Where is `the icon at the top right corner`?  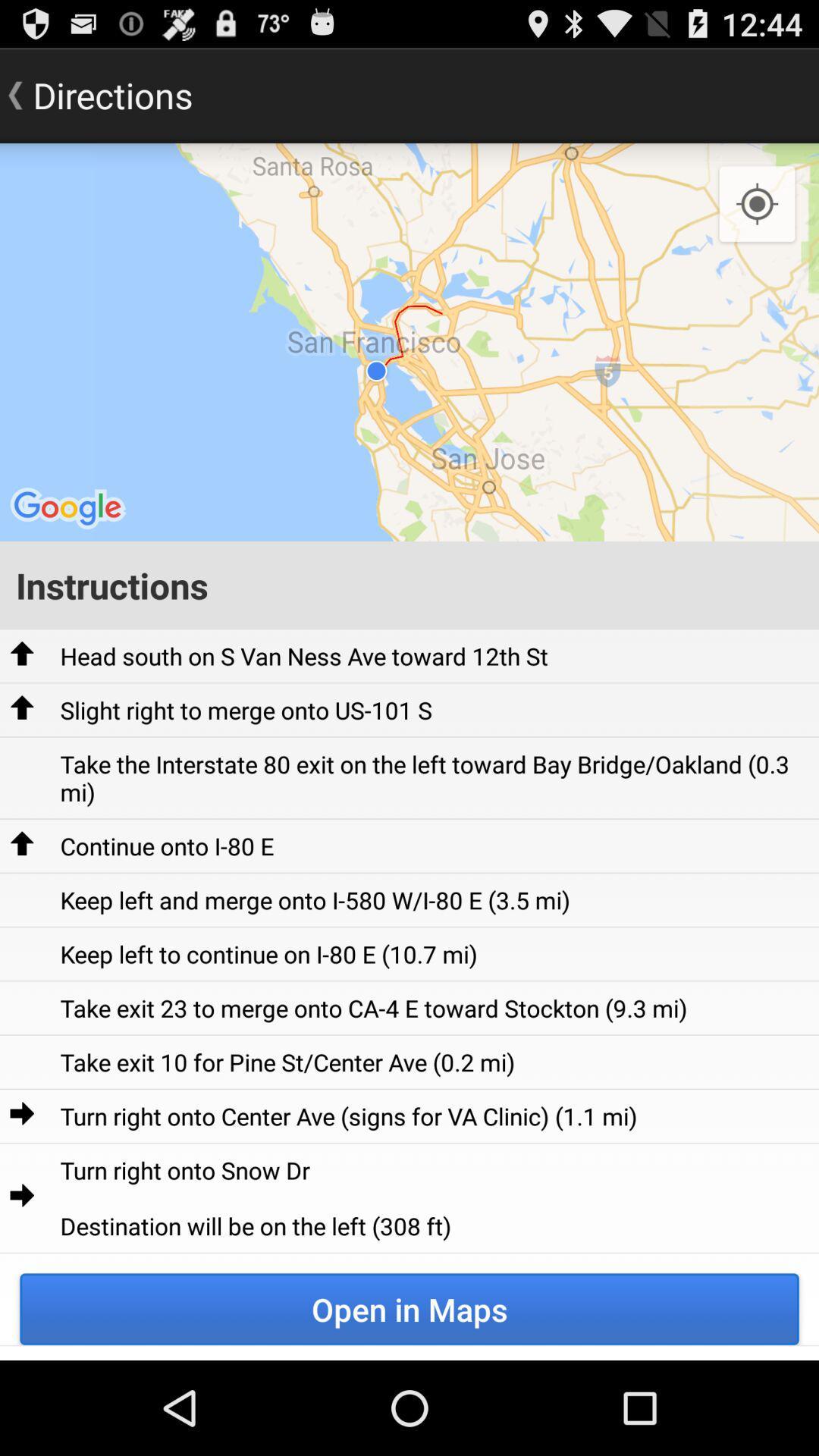
the icon at the top right corner is located at coordinates (757, 204).